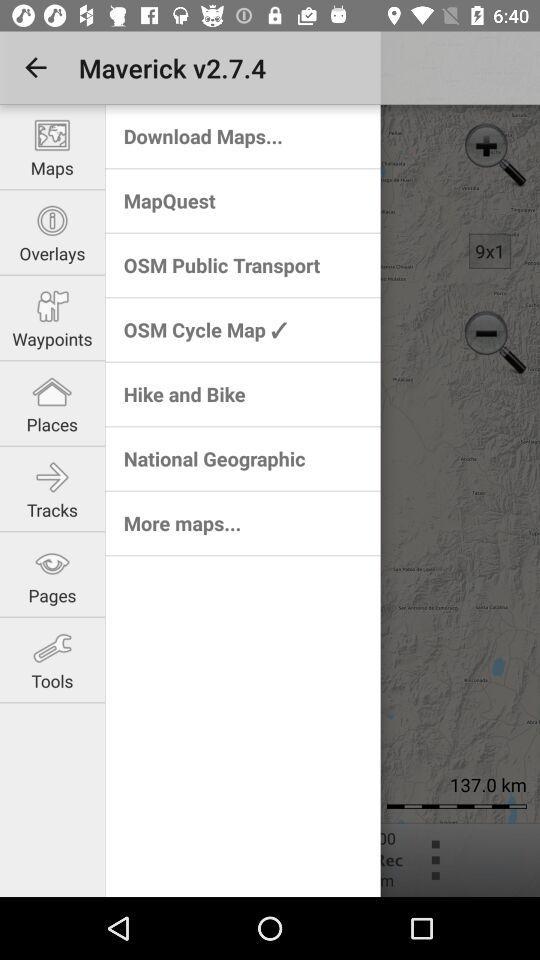  Describe the element at coordinates (46, 500) in the screenshot. I see `the arrow_forward icon` at that location.